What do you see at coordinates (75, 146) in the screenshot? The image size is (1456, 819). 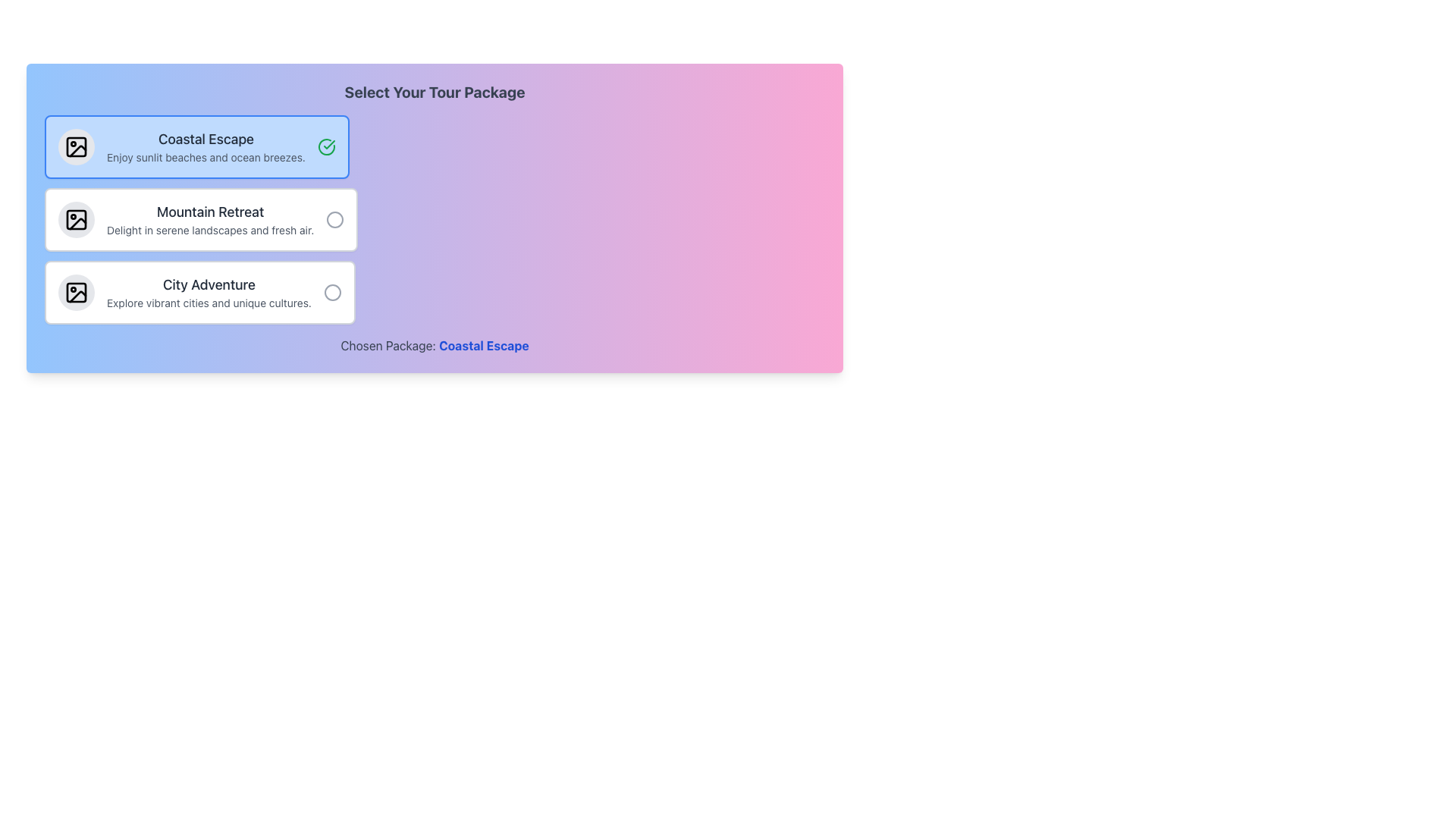 I see `the first icon on the left side of the 'Coastal Escape' tour package option for potential interaction` at bounding box center [75, 146].